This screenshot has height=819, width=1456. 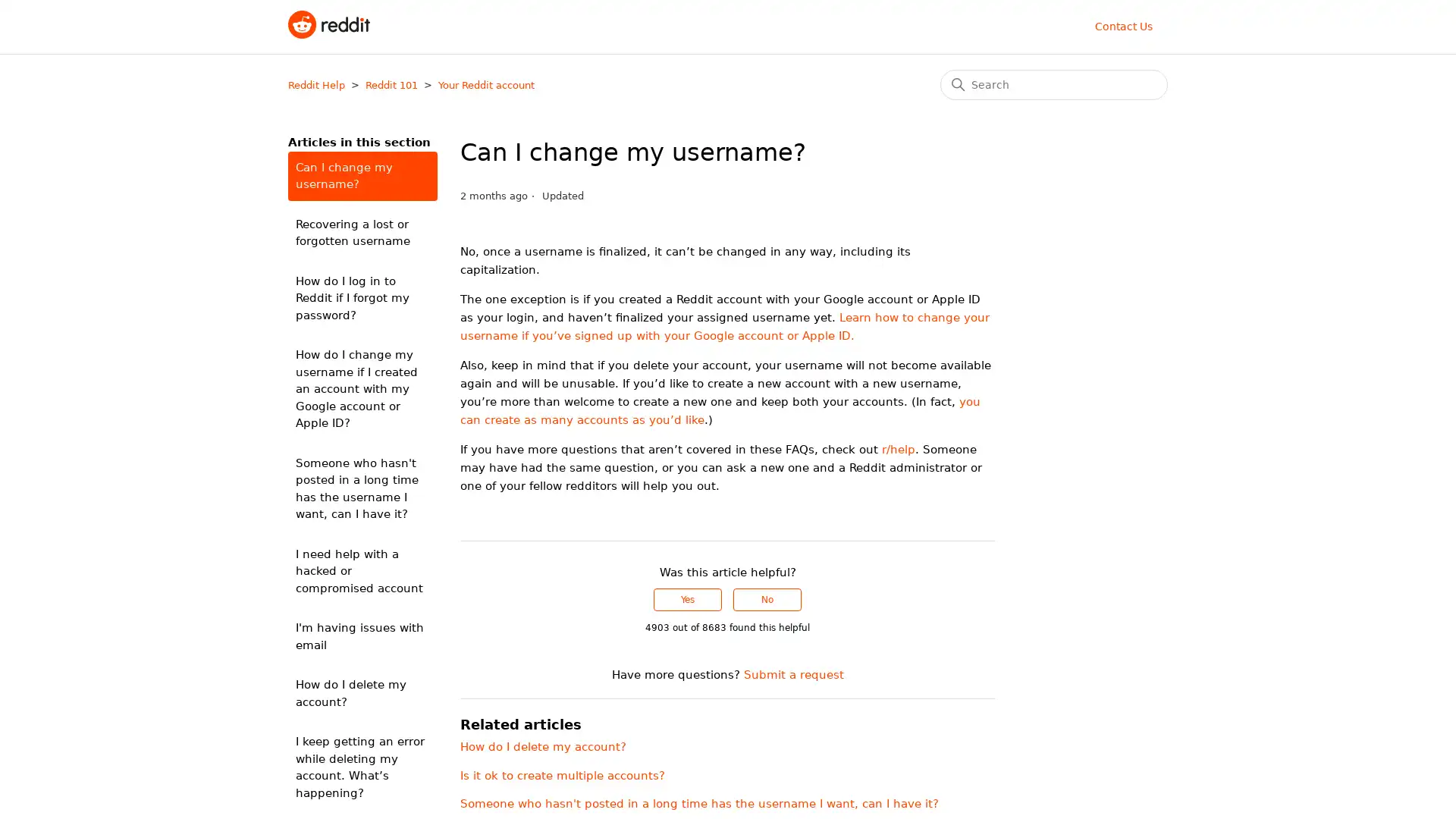 What do you see at coordinates (767, 598) in the screenshot?
I see `This article was not helpful` at bounding box center [767, 598].